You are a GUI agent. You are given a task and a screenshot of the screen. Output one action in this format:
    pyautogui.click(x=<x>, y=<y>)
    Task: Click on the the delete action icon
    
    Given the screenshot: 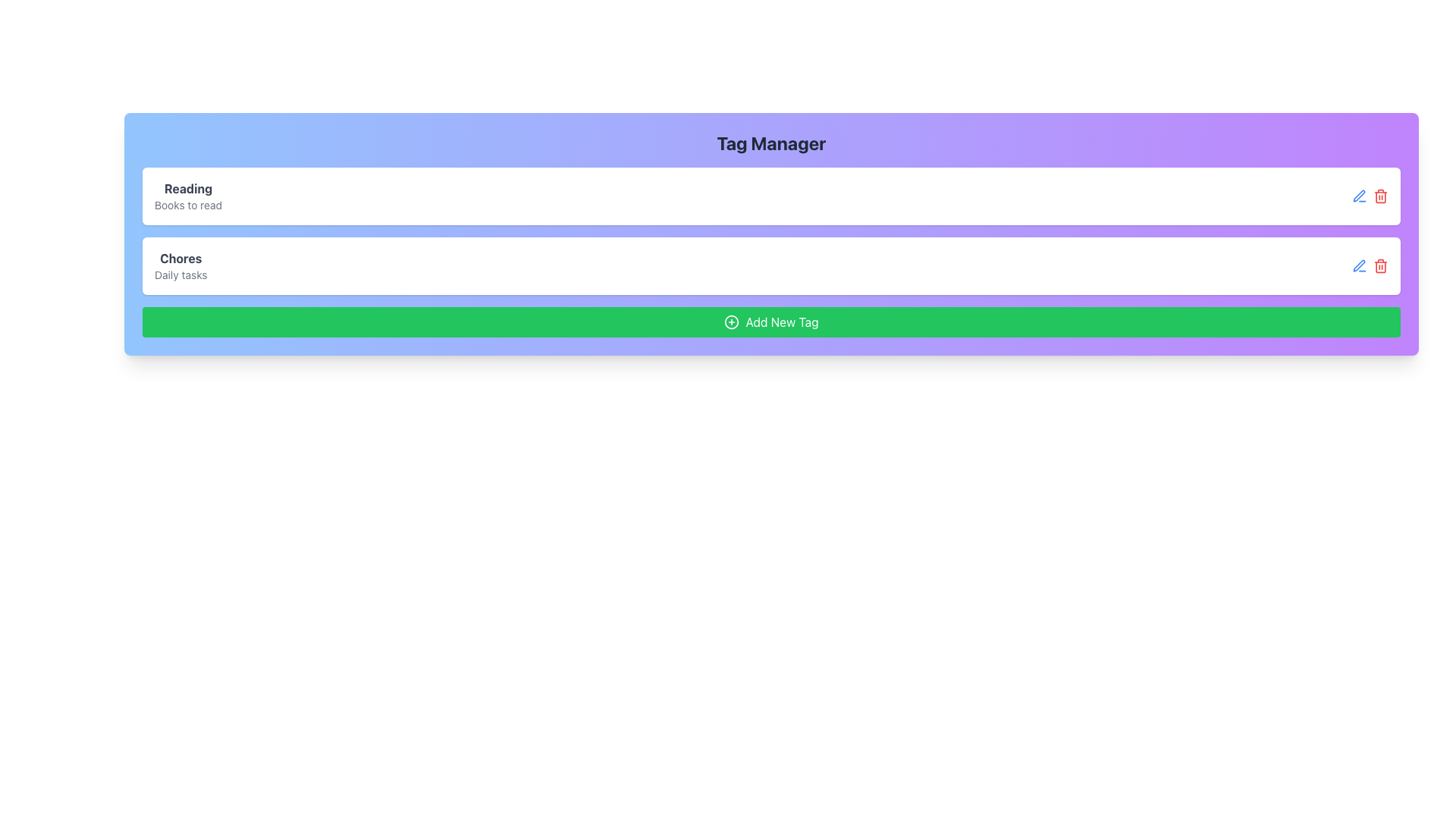 What is the action you would take?
    pyautogui.click(x=1380, y=196)
    